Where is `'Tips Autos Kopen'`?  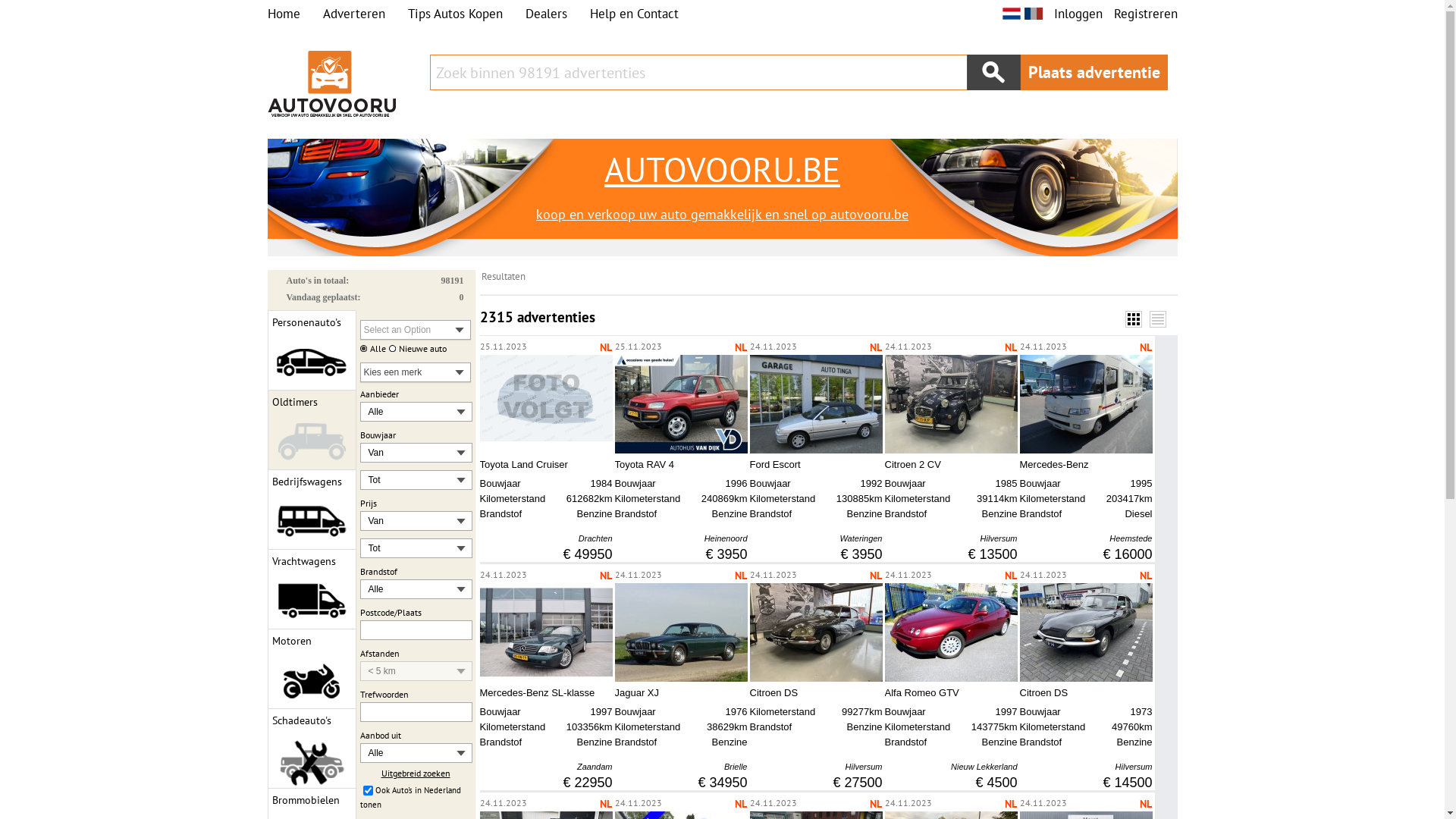
'Tips Autos Kopen' is located at coordinates (454, 14).